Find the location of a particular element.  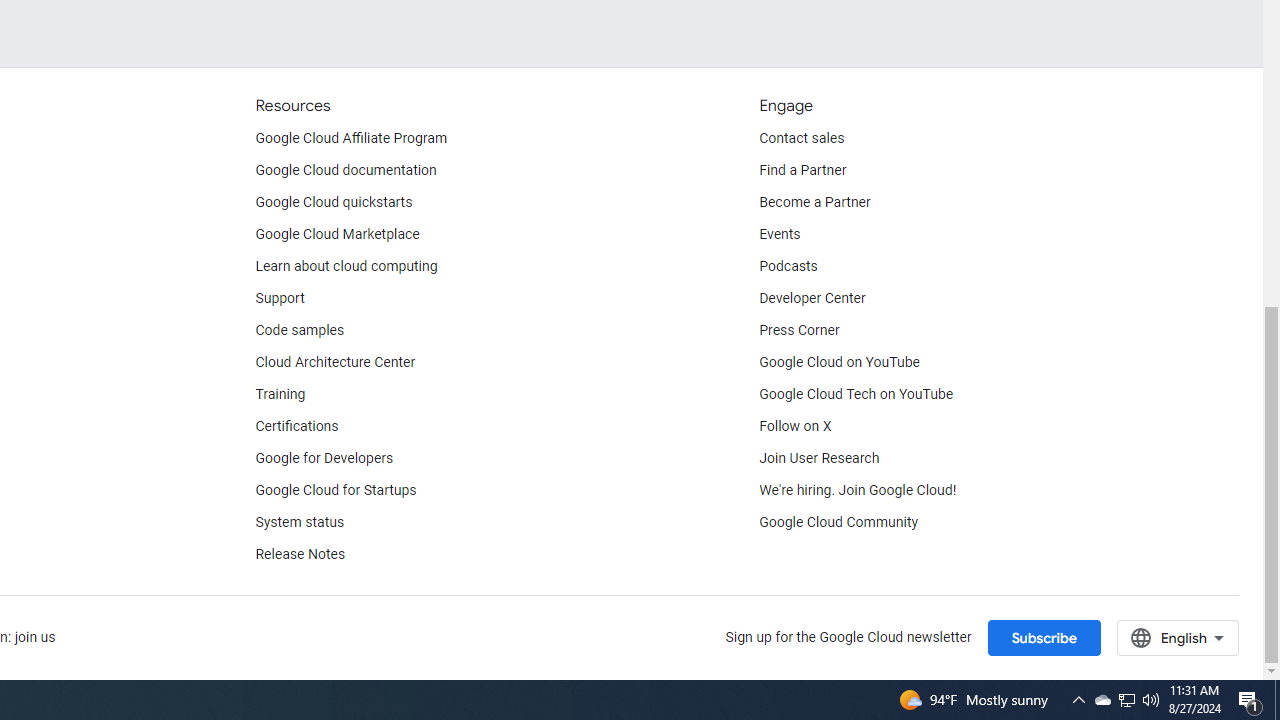

'Code samples' is located at coordinates (299, 330).